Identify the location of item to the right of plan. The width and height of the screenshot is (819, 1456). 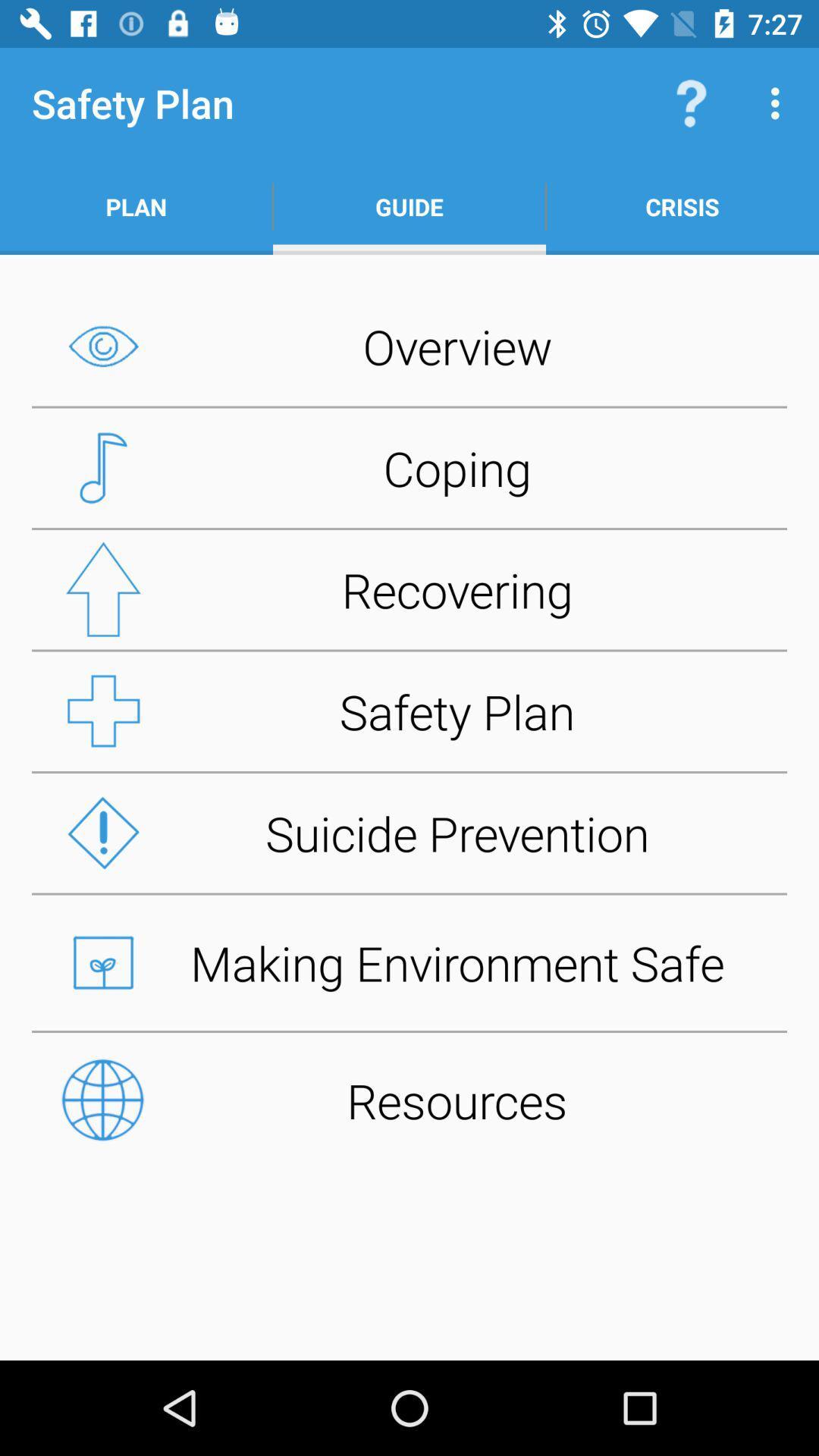
(409, 206).